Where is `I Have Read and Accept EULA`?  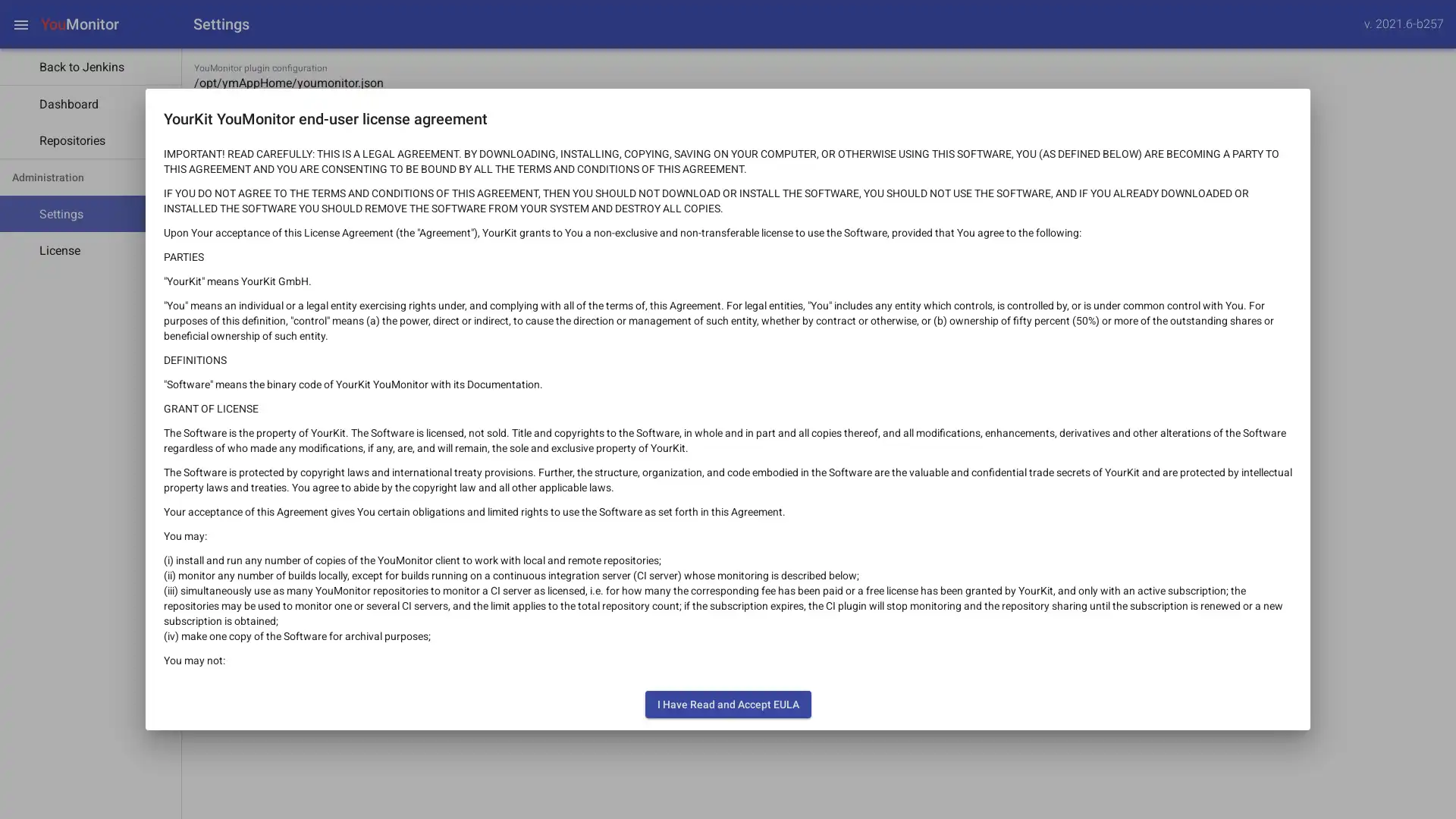 I Have Read and Accept EULA is located at coordinates (726, 704).